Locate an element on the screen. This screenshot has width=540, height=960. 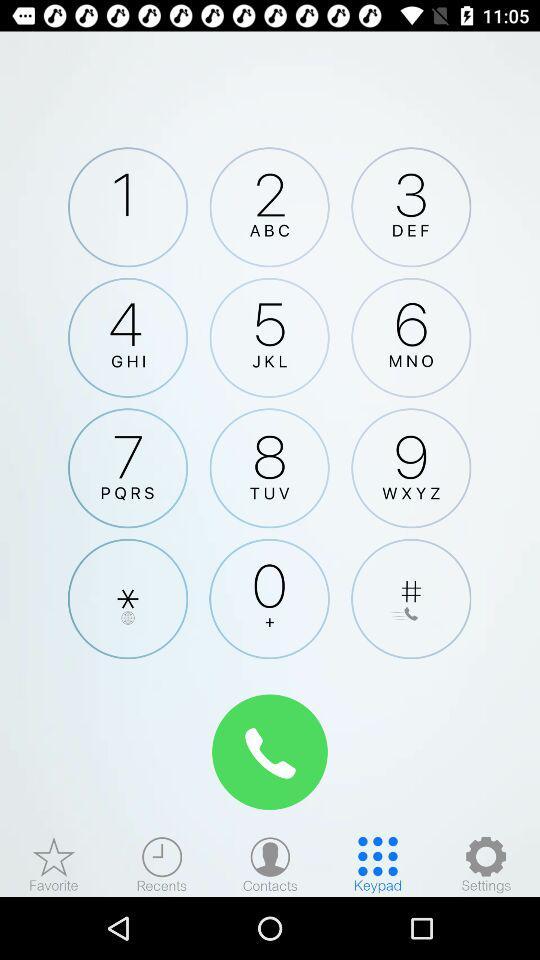
settings is located at coordinates (485, 863).